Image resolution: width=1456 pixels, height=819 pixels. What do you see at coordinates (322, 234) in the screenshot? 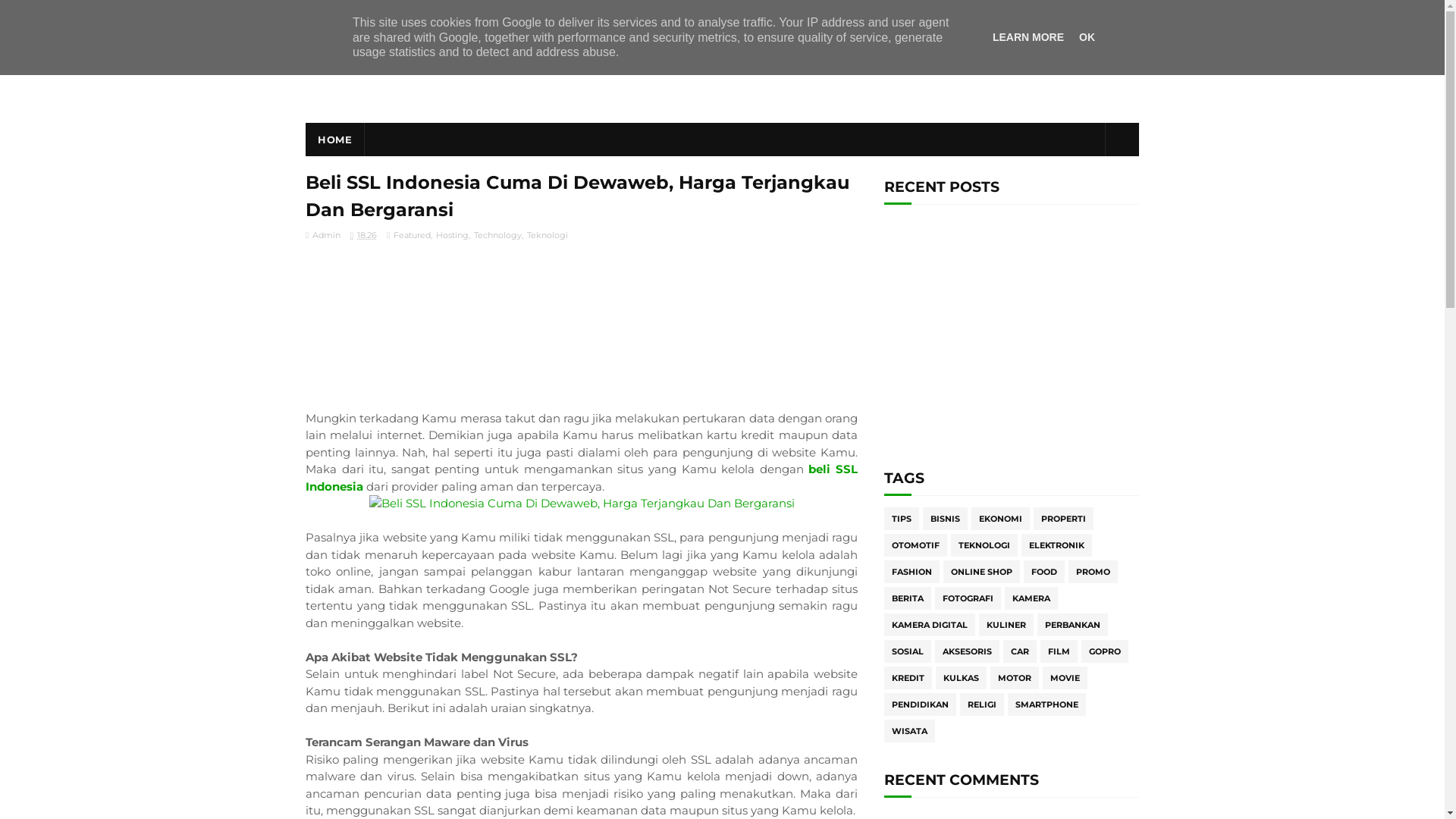
I see `'Admin'` at bounding box center [322, 234].